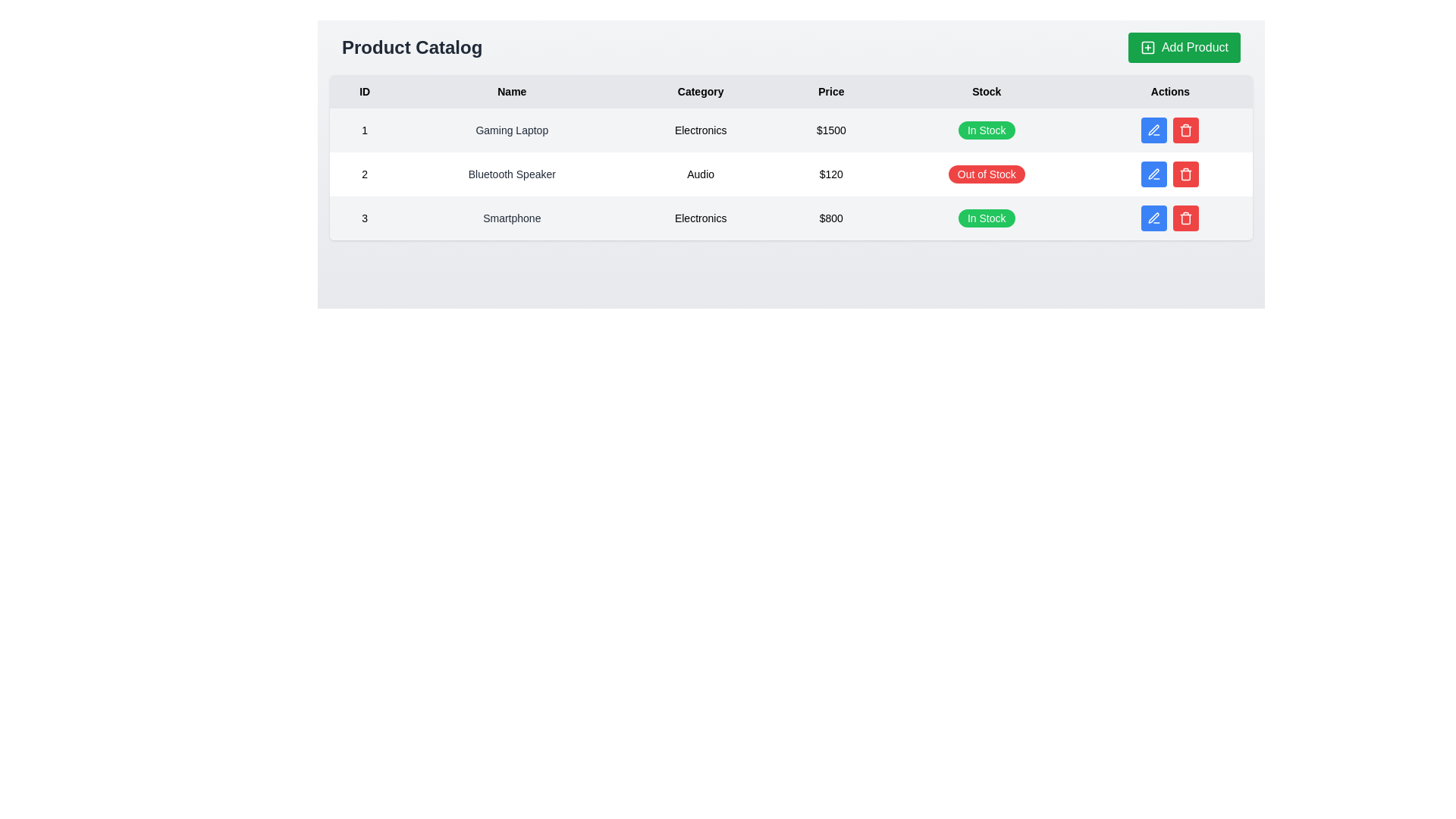 The height and width of the screenshot is (819, 1456). What do you see at coordinates (830, 174) in the screenshot?
I see `the price display text label for the 'Bluetooth Speaker' located in the fourth column of the second row of the product table` at bounding box center [830, 174].